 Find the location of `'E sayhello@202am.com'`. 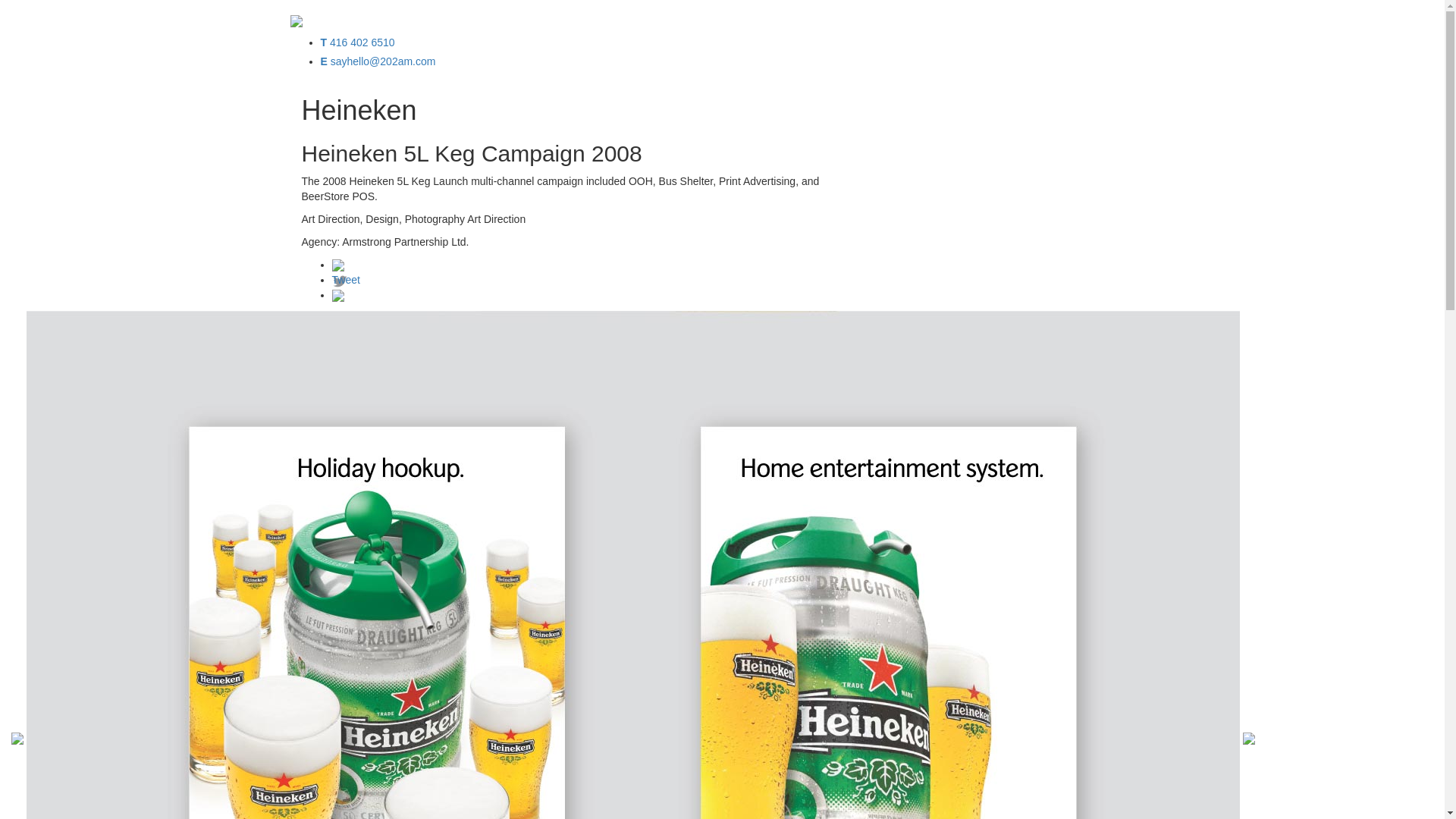

'E sayhello@202am.com' is located at coordinates (378, 61).